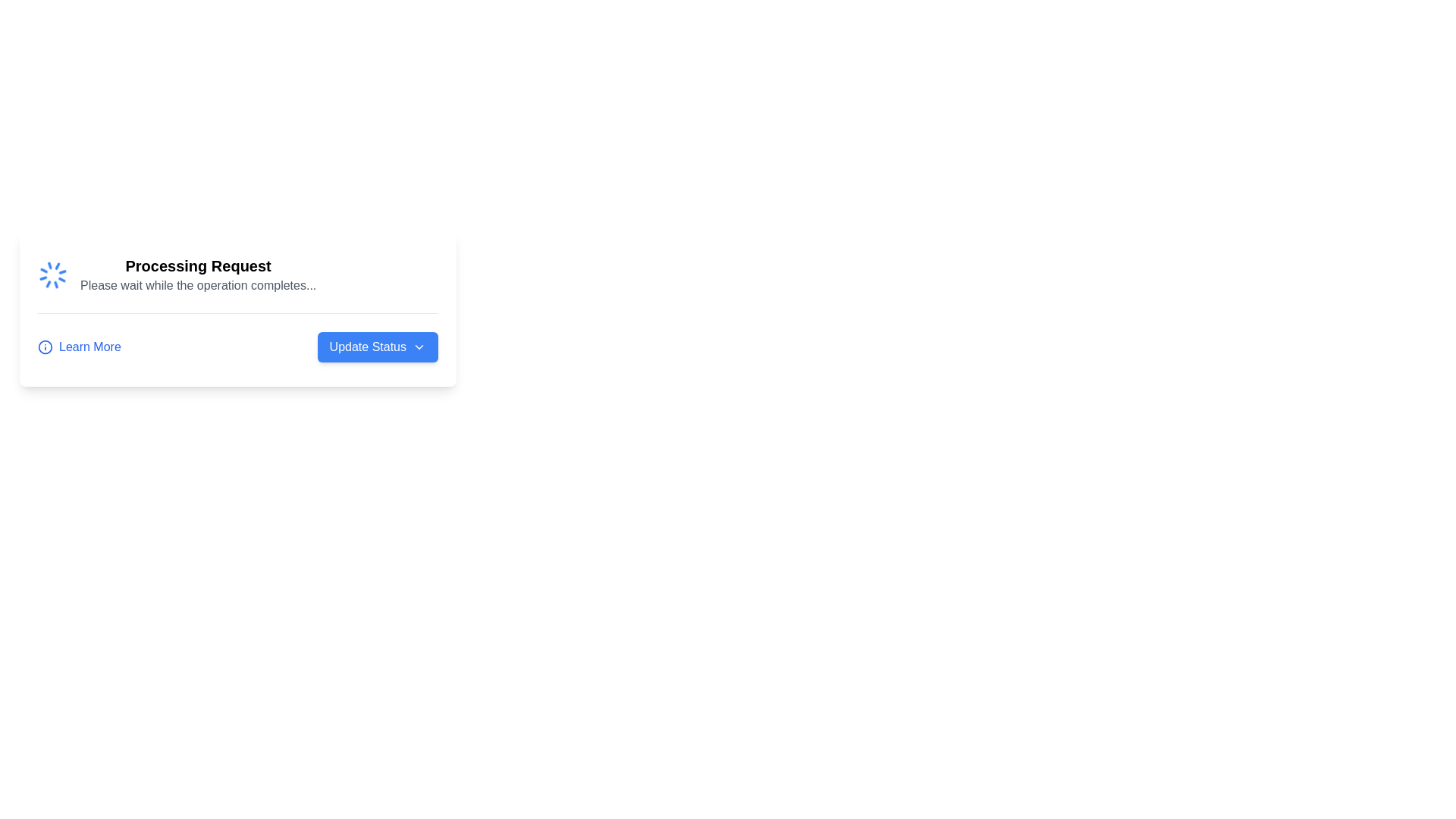 The width and height of the screenshot is (1456, 819). I want to click on the 'Update Status' button with a blue background and white text, so click(378, 347).